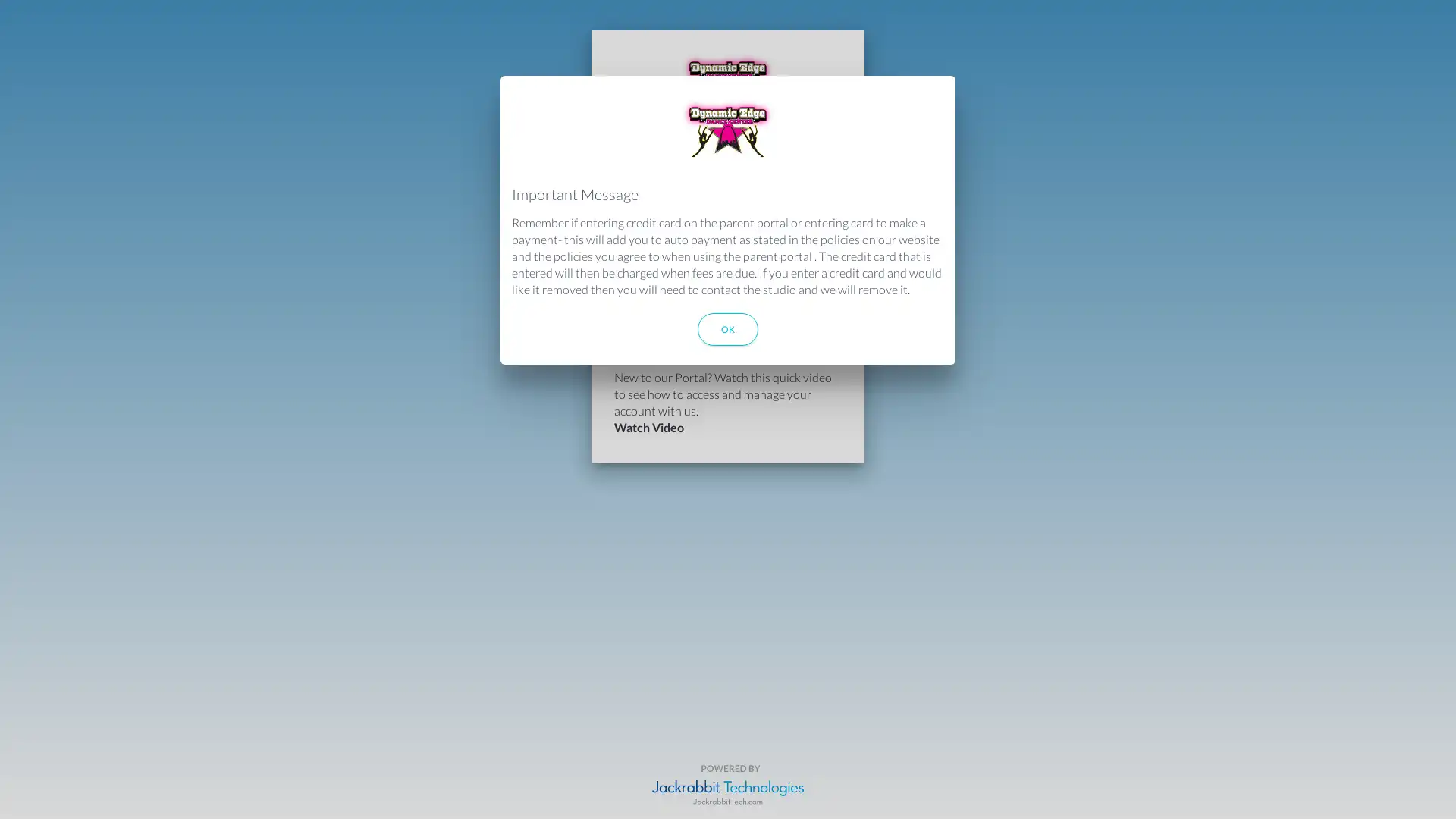  Describe the element at coordinates (728, 328) in the screenshot. I see `OK` at that location.